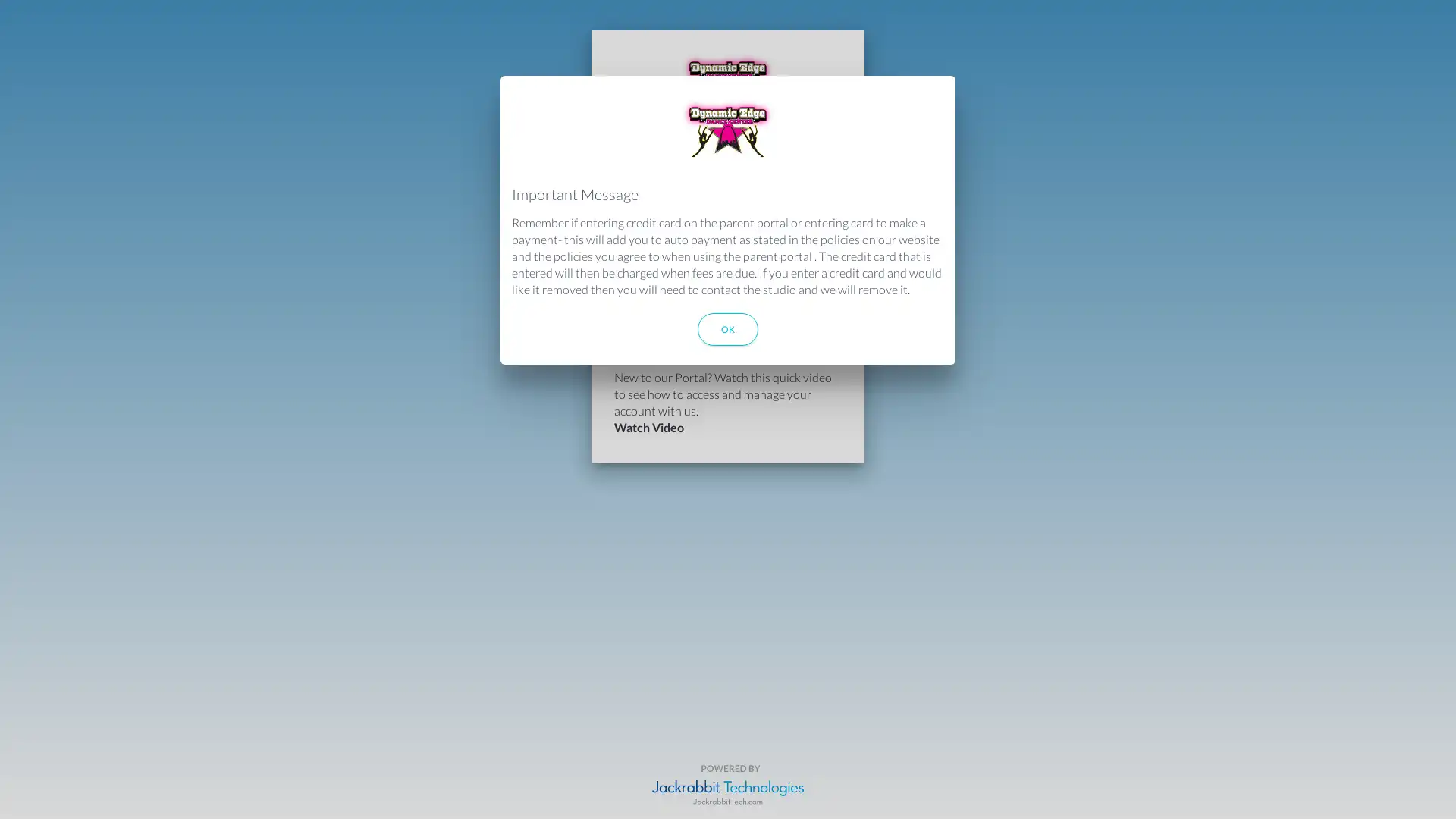  Describe the element at coordinates (728, 328) in the screenshot. I see `OK` at that location.